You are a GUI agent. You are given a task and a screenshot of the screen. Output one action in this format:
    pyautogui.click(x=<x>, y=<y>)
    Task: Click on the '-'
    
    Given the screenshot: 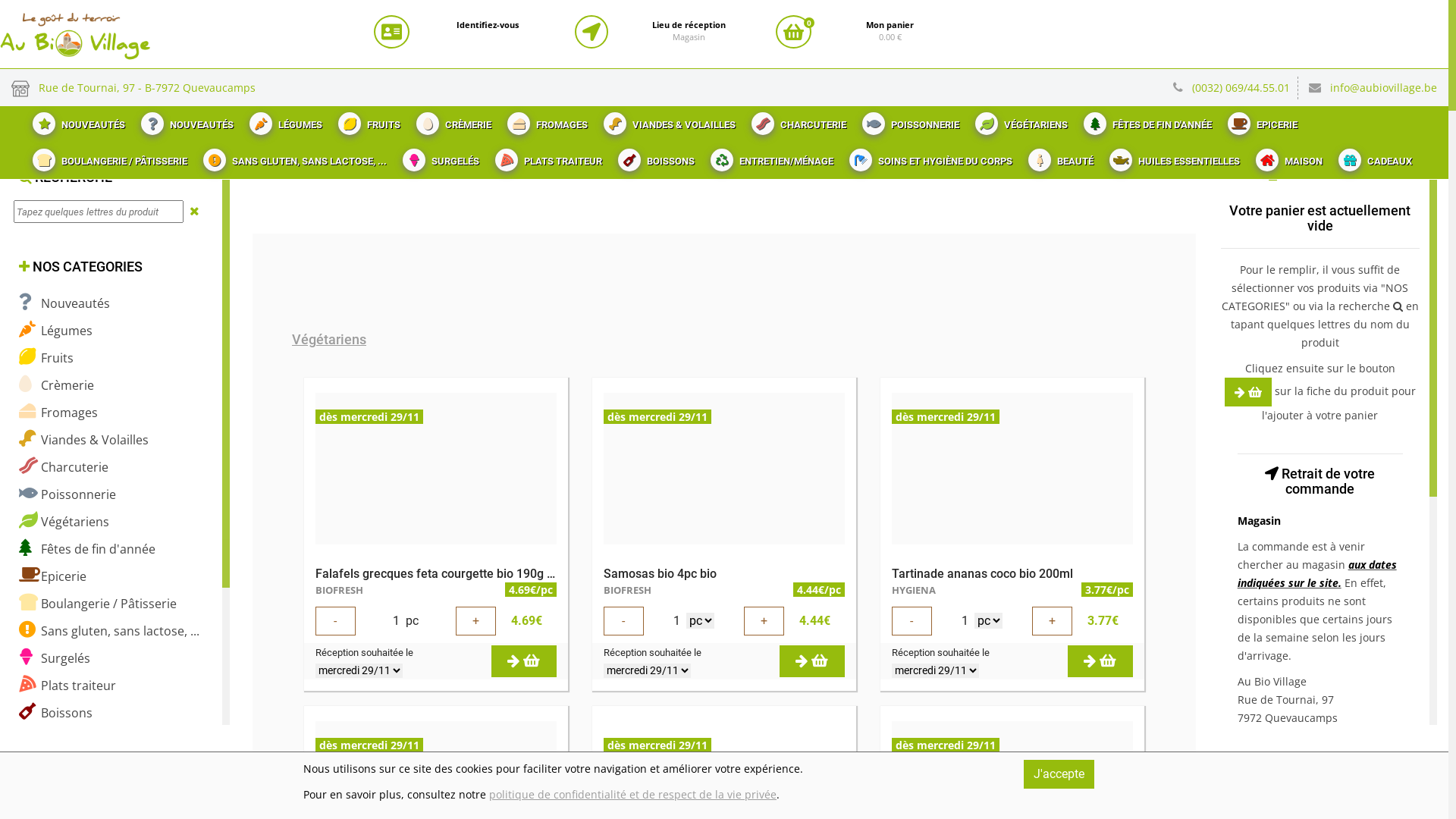 What is the action you would take?
    pyautogui.click(x=334, y=620)
    